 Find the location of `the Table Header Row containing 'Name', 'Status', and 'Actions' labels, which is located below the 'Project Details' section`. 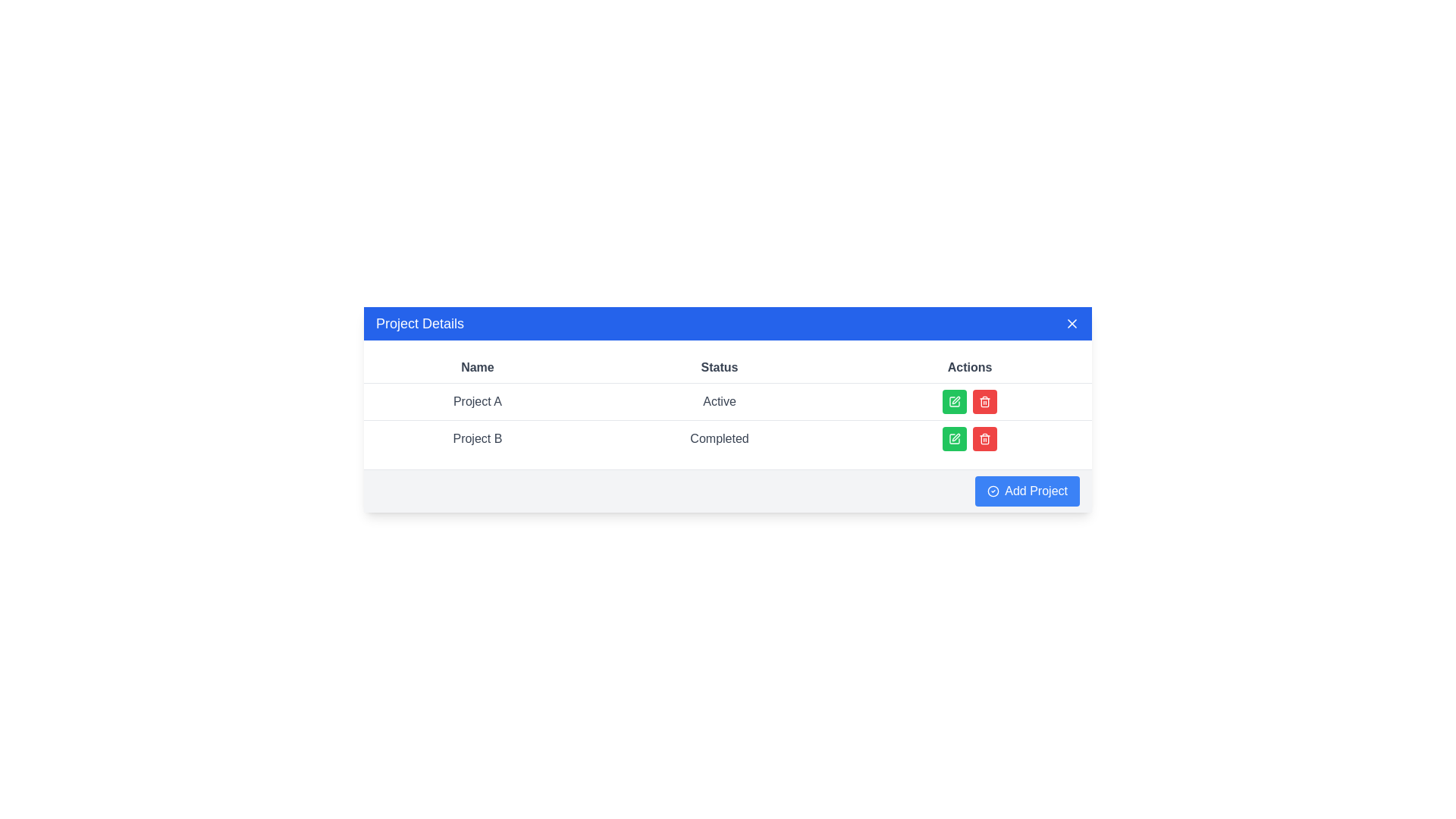

the Table Header Row containing 'Name', 'Status', and 'Actions' labels, which is located below the 'Project Details' section is located at coordinates (728, 366).